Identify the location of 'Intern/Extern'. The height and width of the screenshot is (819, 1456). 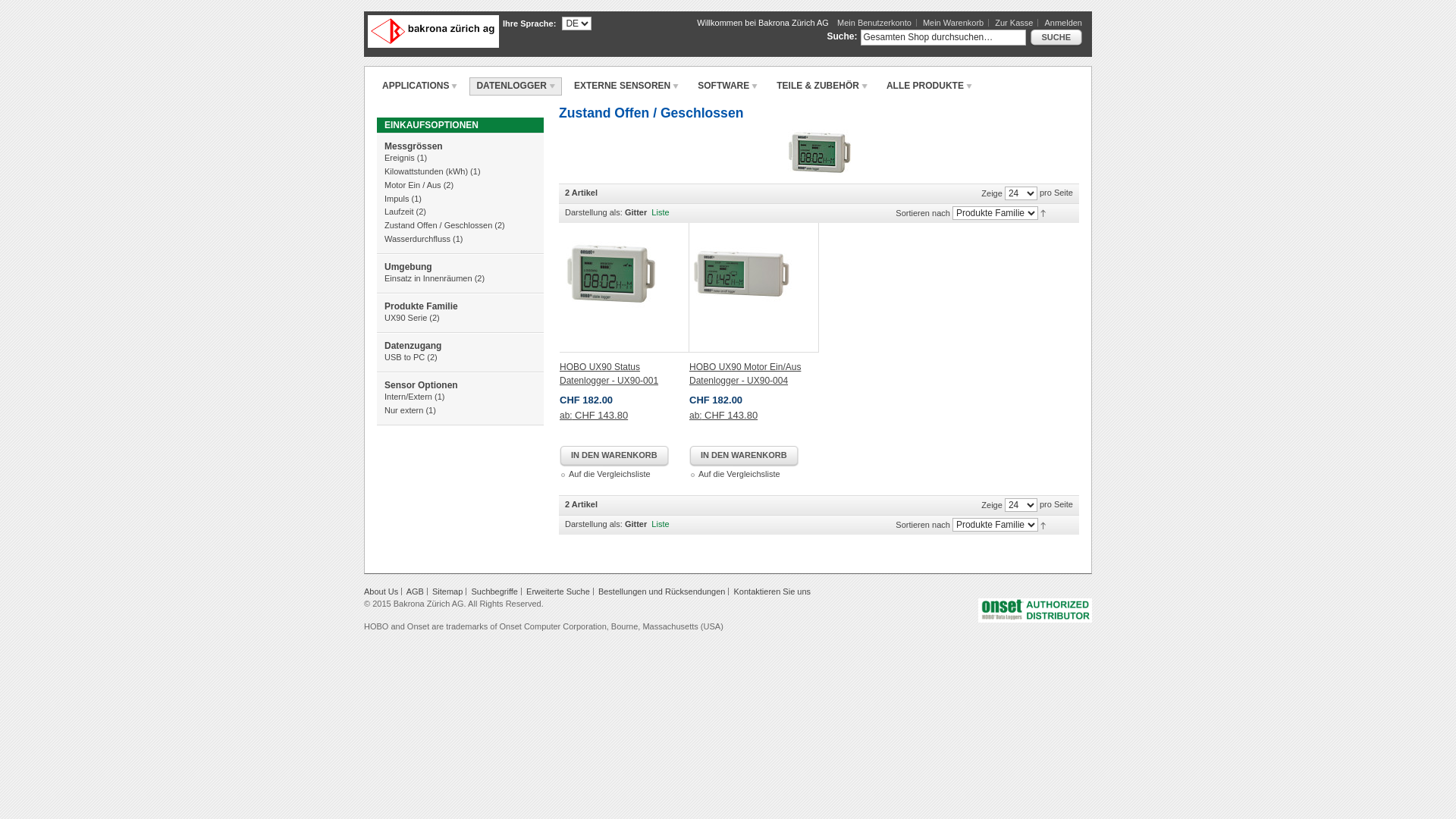
(408, 396).